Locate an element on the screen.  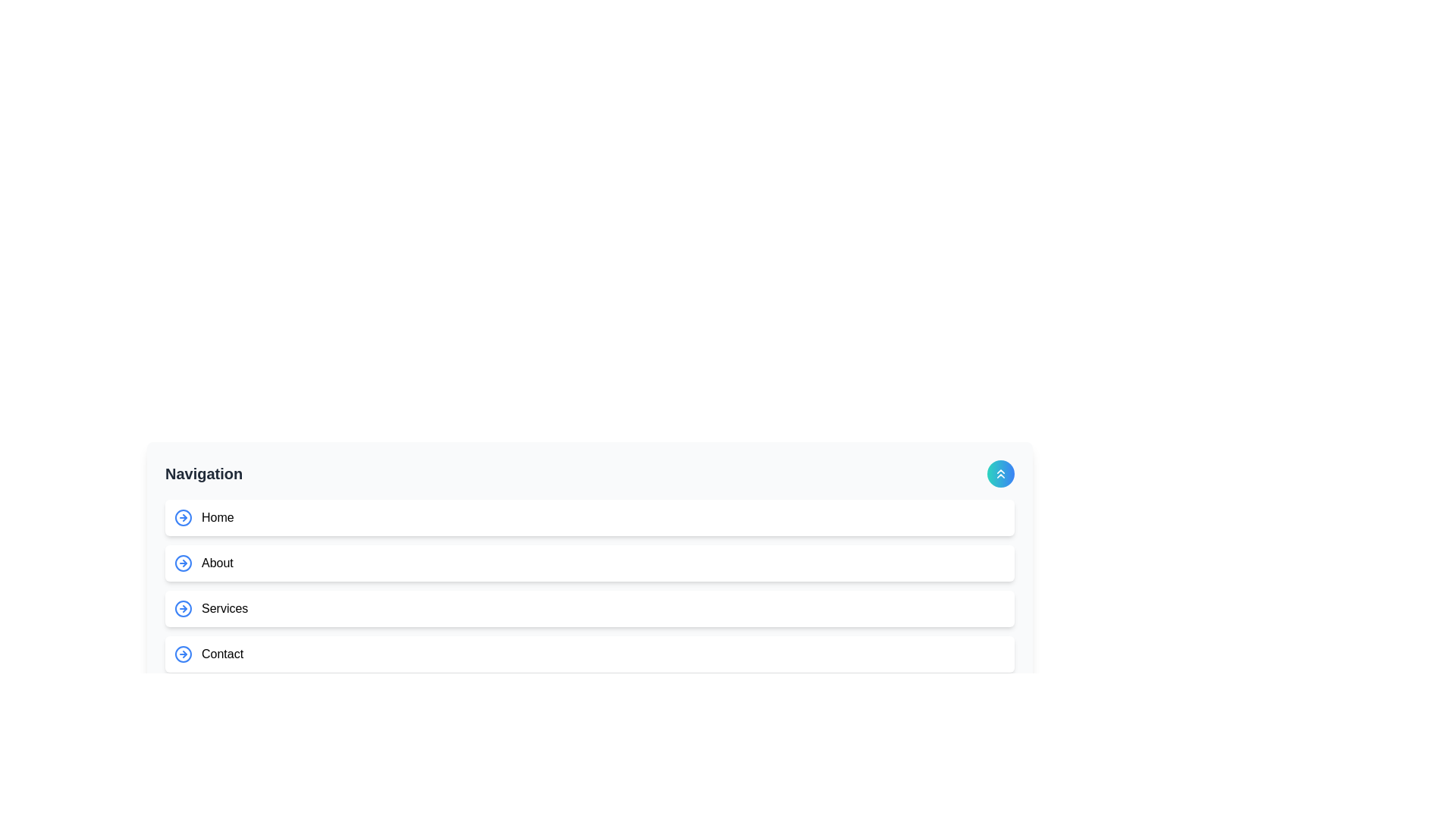
the circular part of the 'About' section icon in the navigation menu, which is visually indicated by an arrow symbol and is the second list item is located at coordinates (182, 563).